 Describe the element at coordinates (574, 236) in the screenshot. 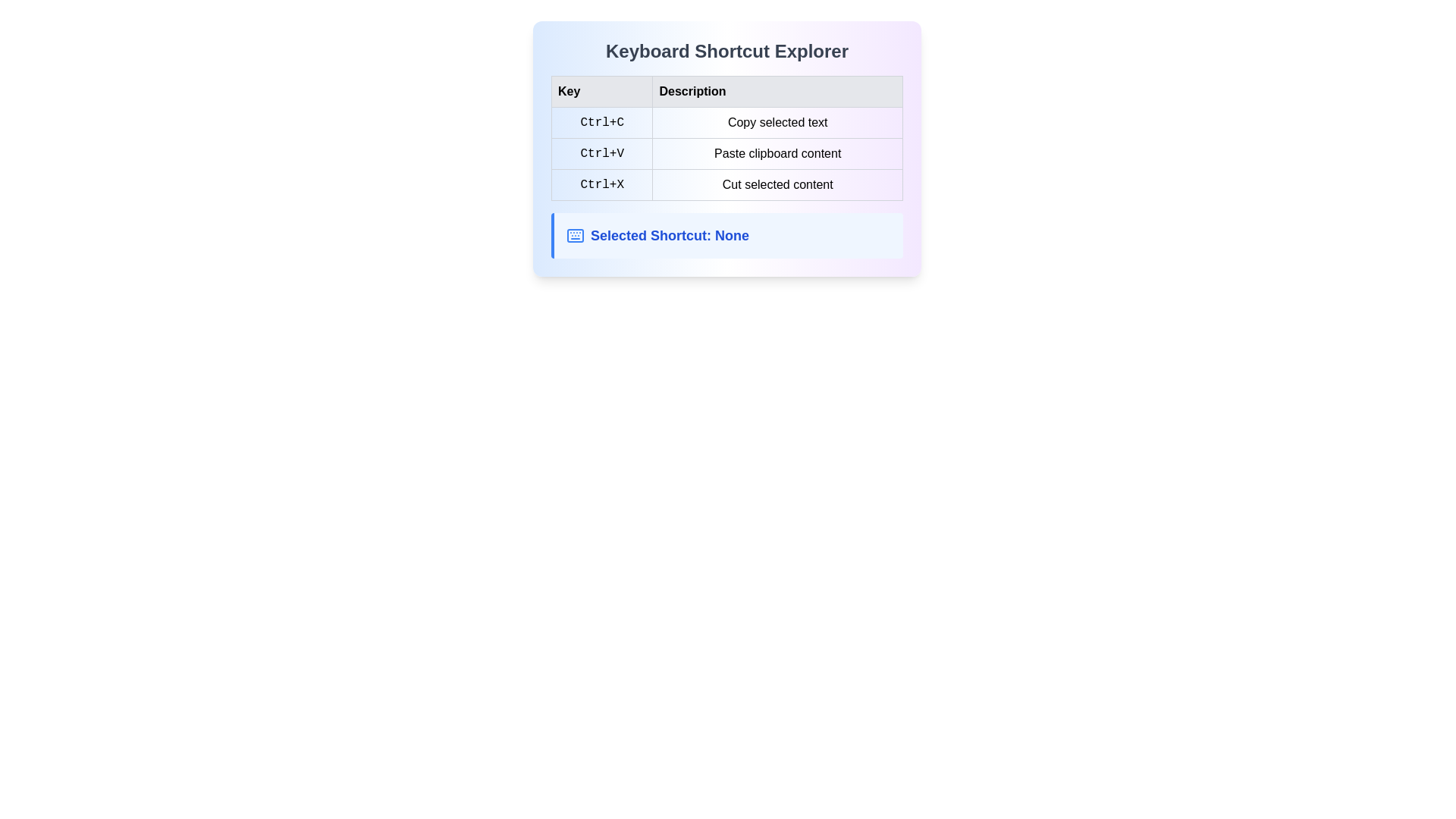

I see `the SVG rectangle component that symbolizes a keyboard, located within a blue toolbar section for keyboard shortcuts` at that location.